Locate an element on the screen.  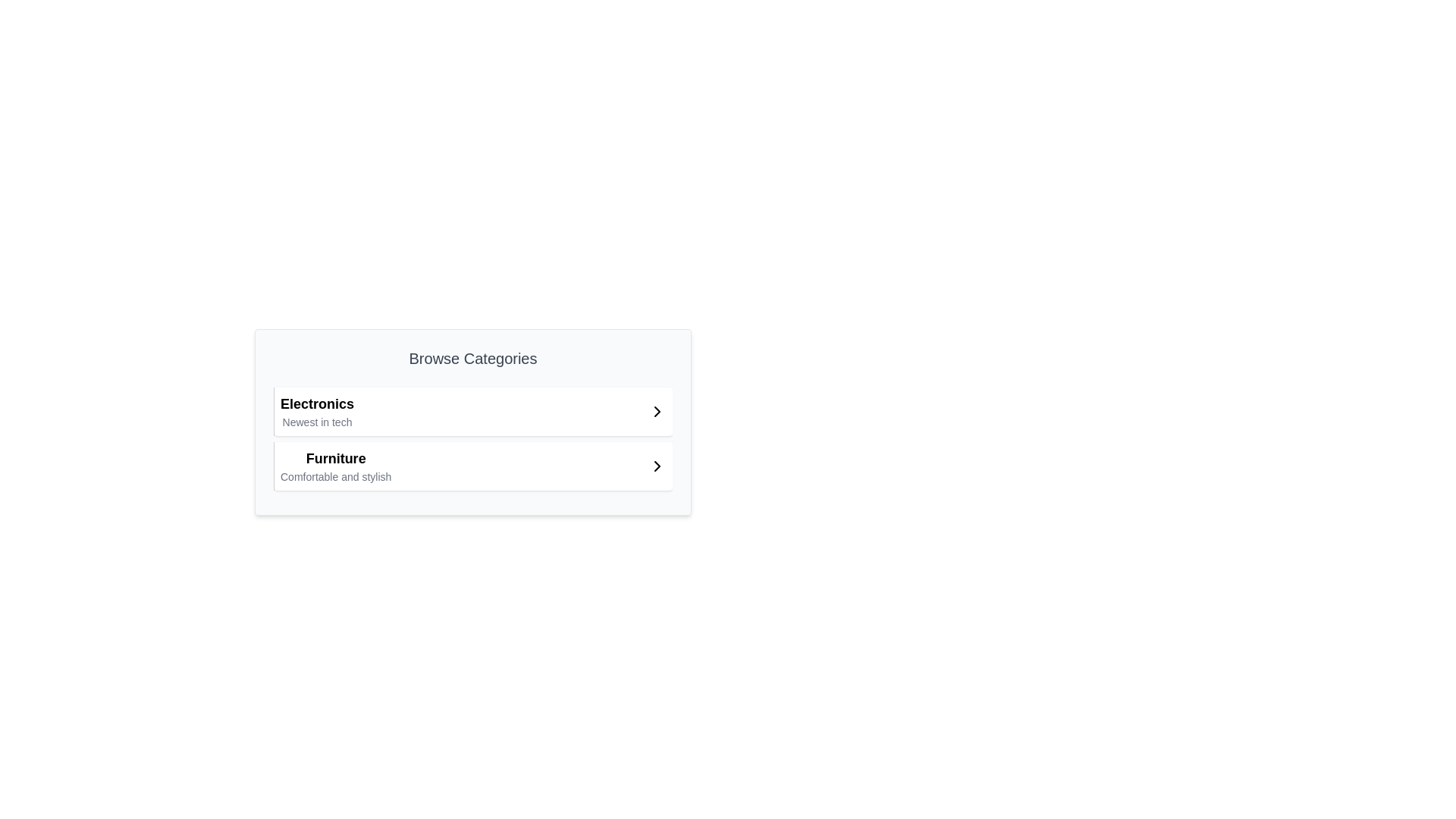
the first item in the 'Browse Categories' section is located at coordinates (472, 412).